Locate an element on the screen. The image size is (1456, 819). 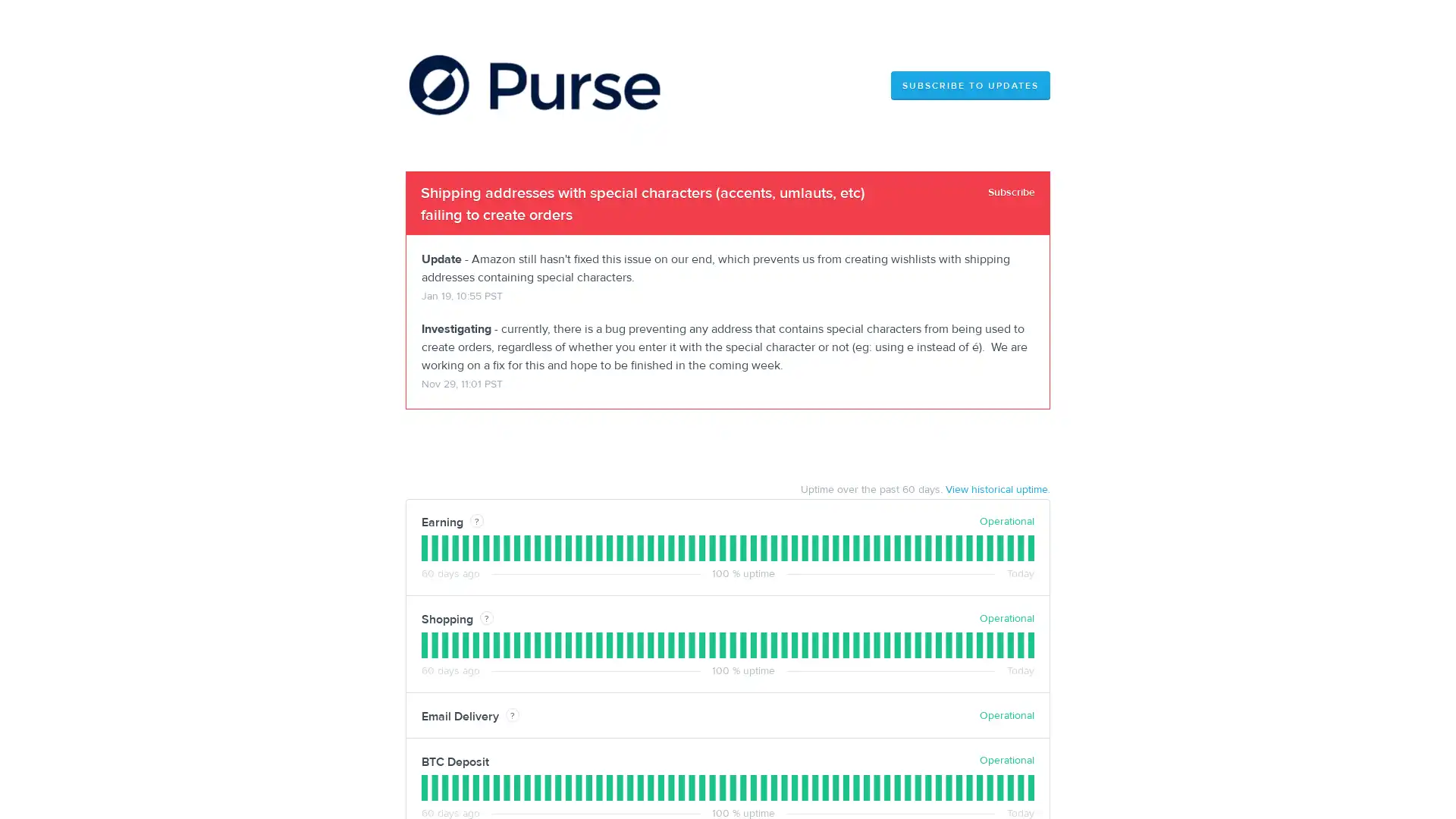
Subscribe is located at coordinates (1012, 191).